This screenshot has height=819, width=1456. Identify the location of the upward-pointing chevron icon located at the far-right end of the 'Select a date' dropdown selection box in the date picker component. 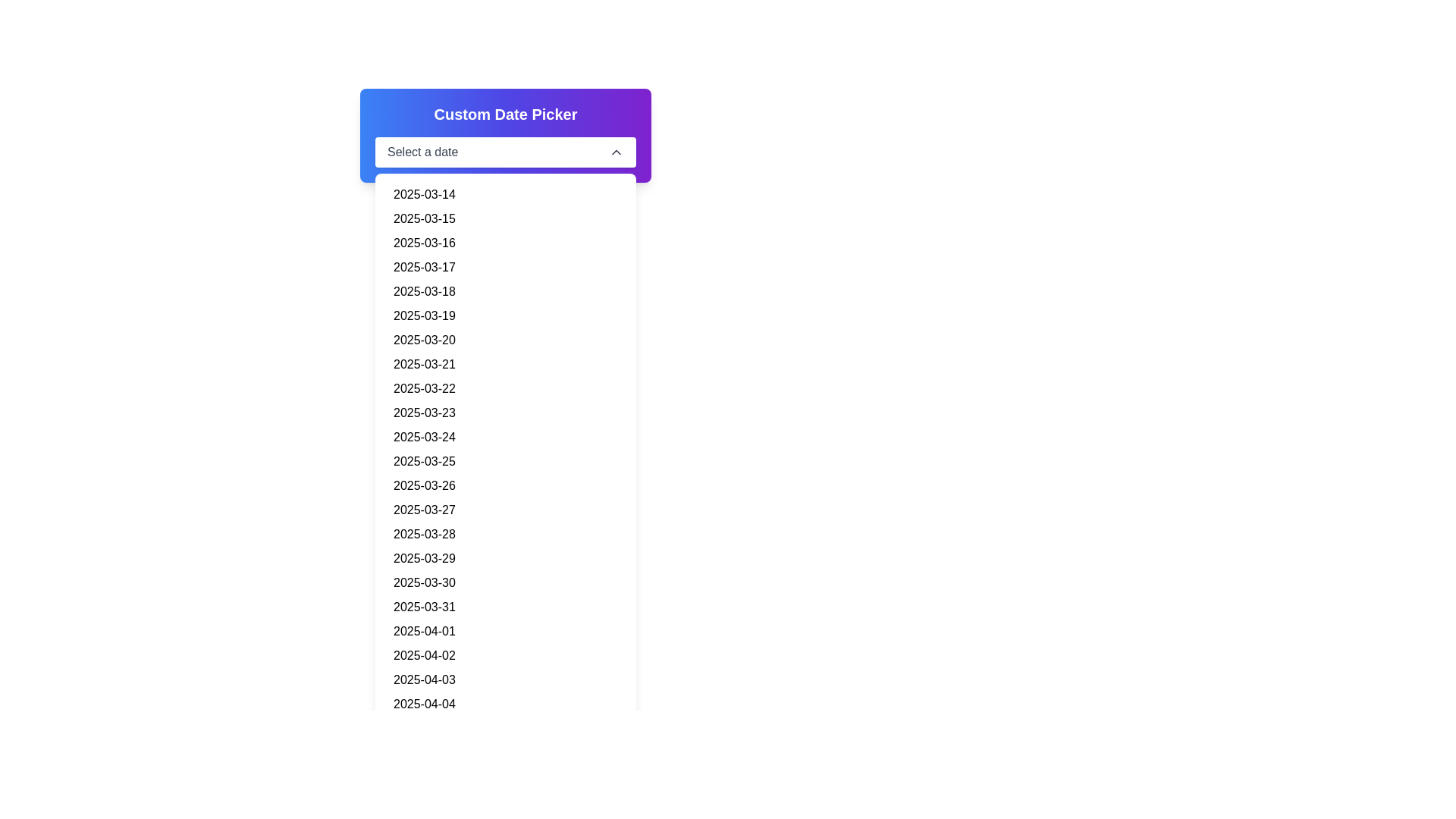
(616, 152).